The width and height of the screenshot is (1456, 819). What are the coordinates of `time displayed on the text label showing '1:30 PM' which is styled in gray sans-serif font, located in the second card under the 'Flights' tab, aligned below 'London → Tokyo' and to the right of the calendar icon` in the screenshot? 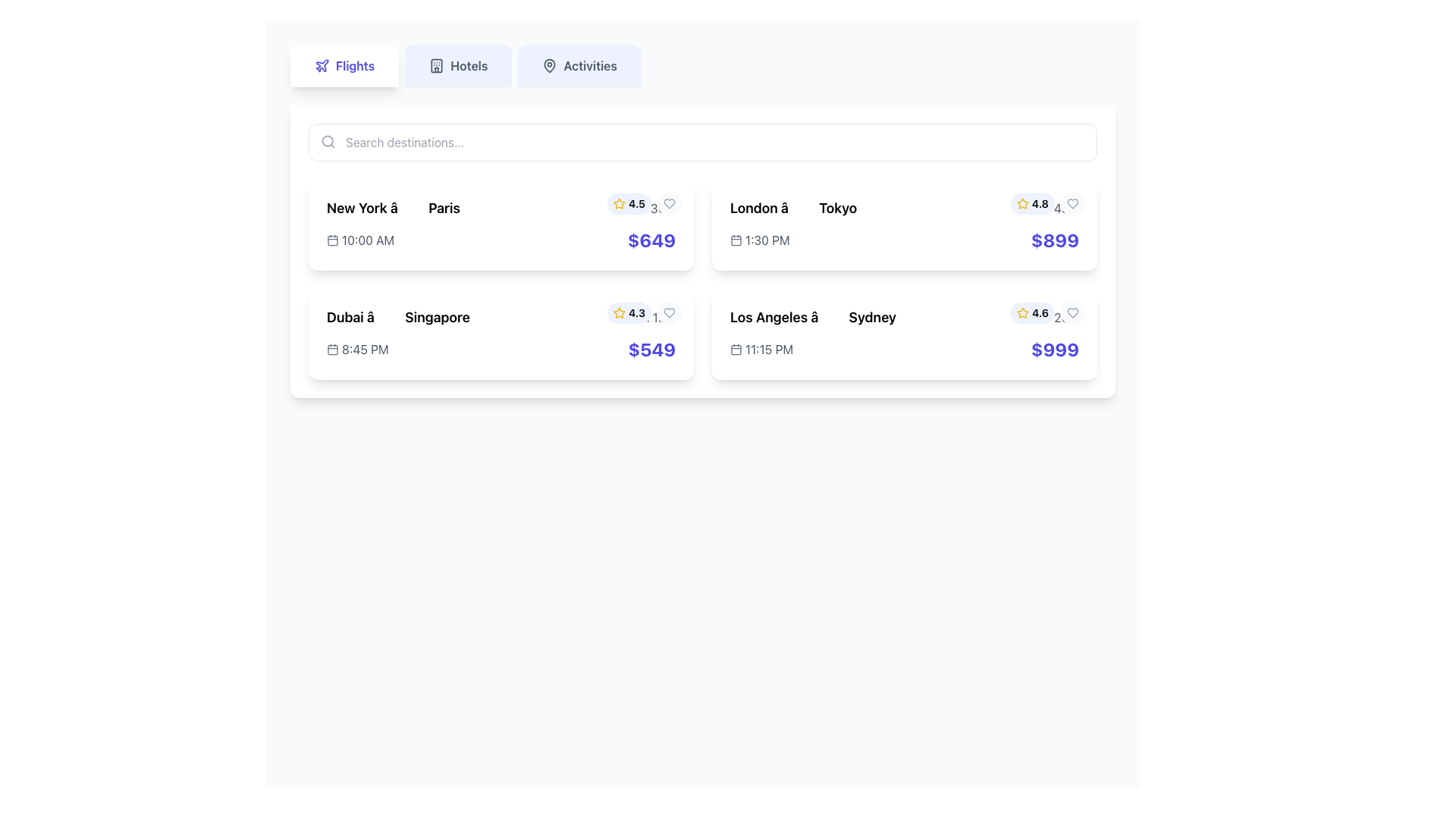 It's located at (767, 239).